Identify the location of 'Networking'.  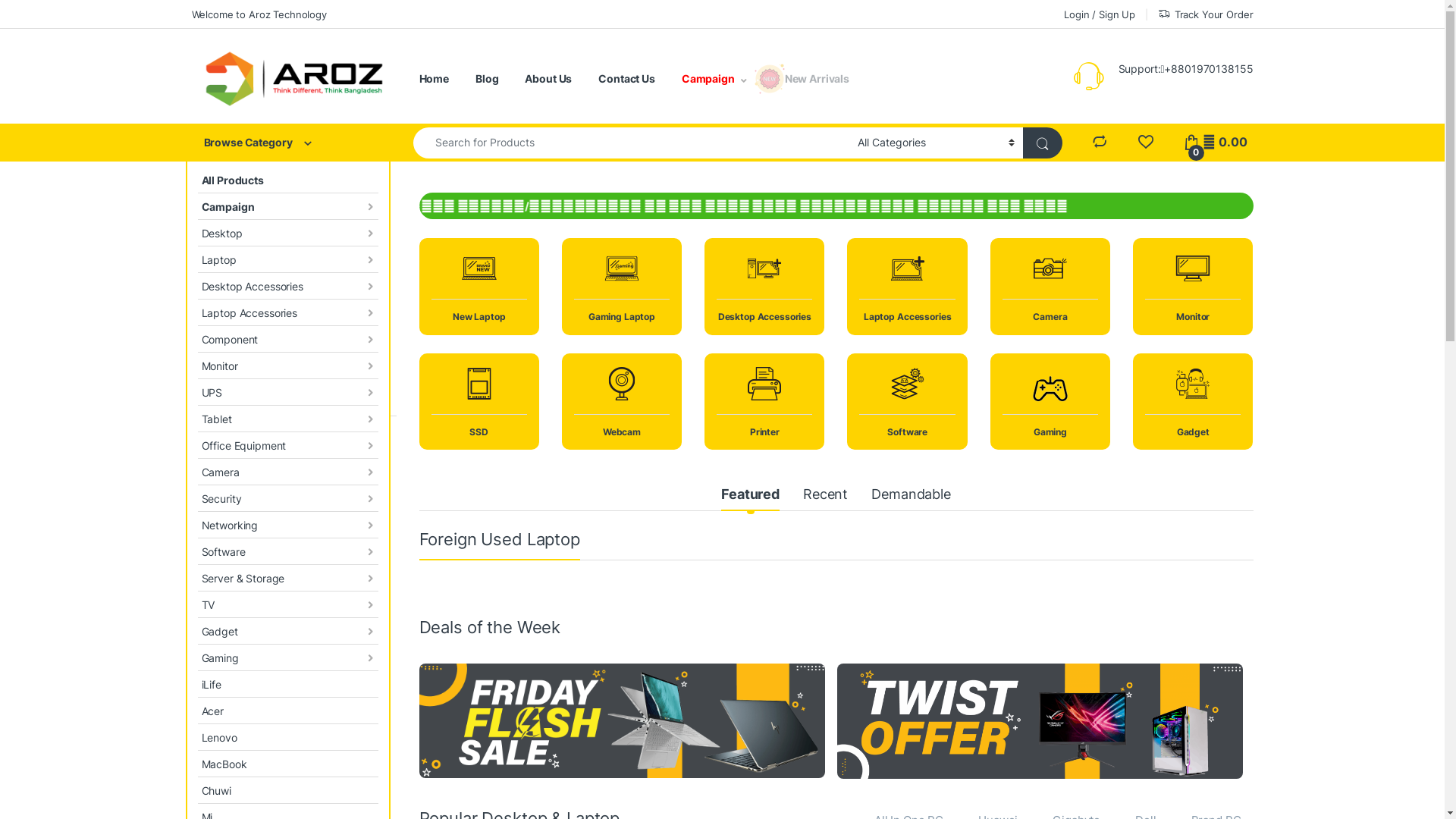
(287, 524).